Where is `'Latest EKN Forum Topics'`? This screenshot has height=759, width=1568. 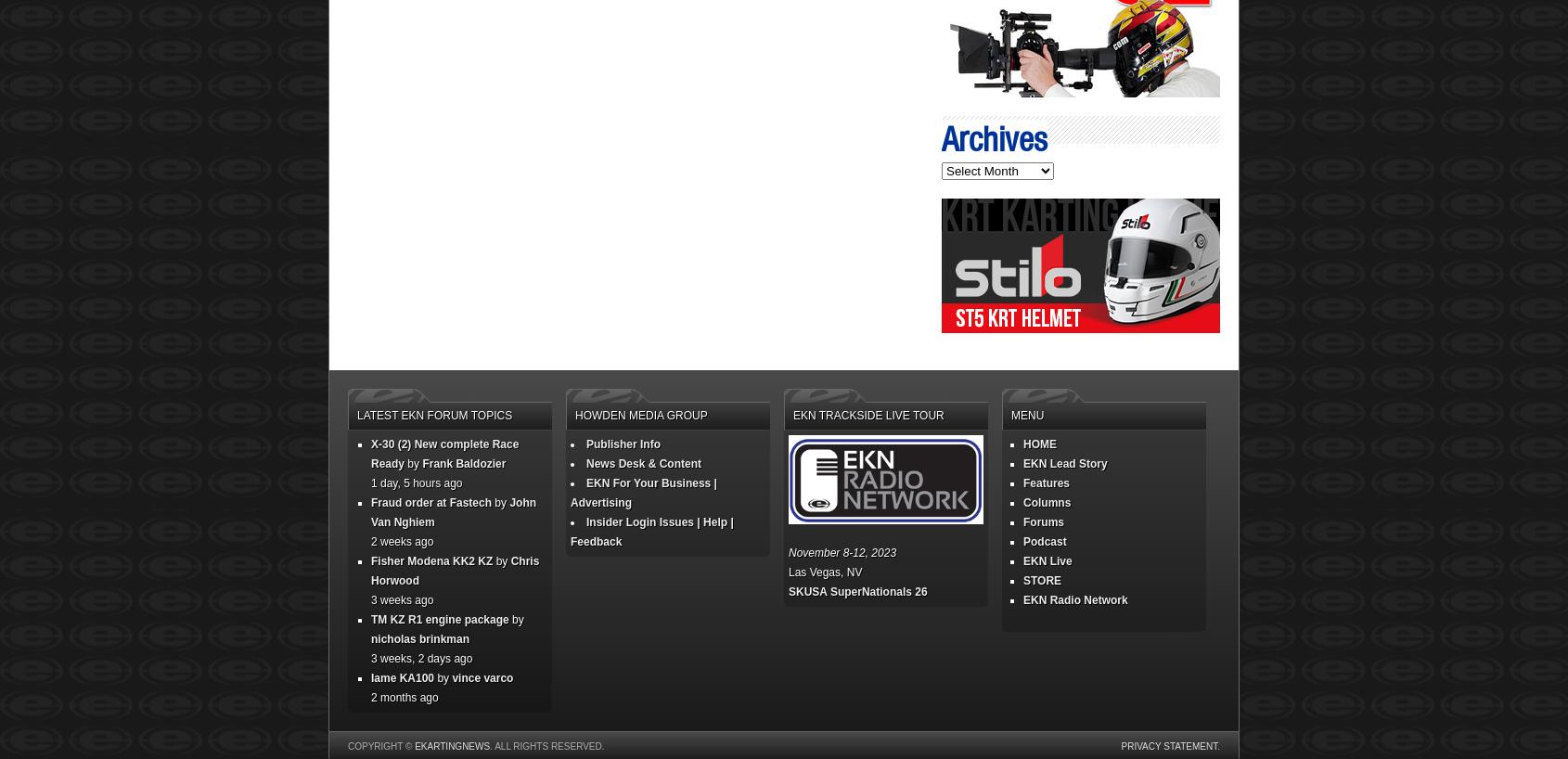 'Latest EKN Forum Topics' is located at coordinates (434, 415).